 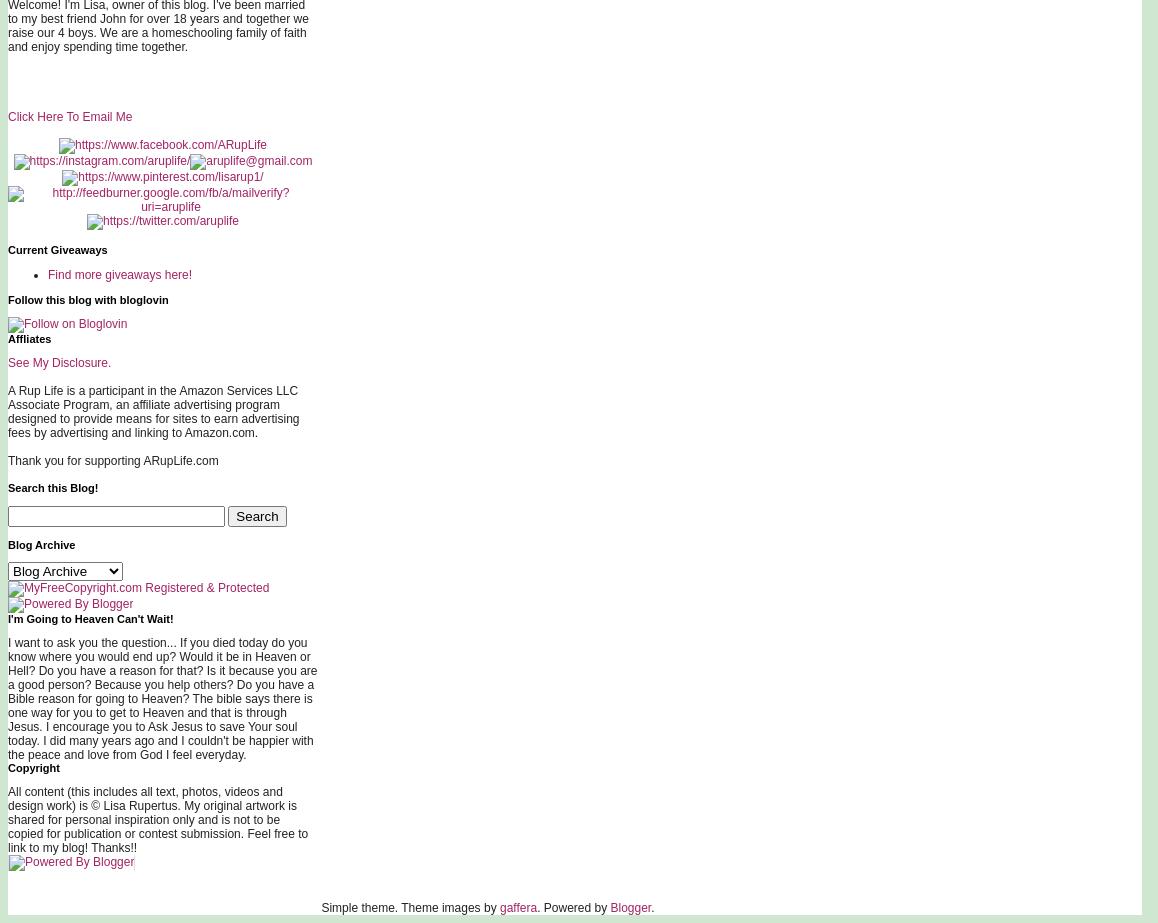 What do you see at coordinates (152, 412) in the screenshot?
I see `'A Rup Life is a participant in the Amazon Services LLC Associate  Program, an affiliate advertising program designed to provide means for  sites to earn advertising fees by advertising and linking to Amazon.com.'` at bounding box center [152, 412].